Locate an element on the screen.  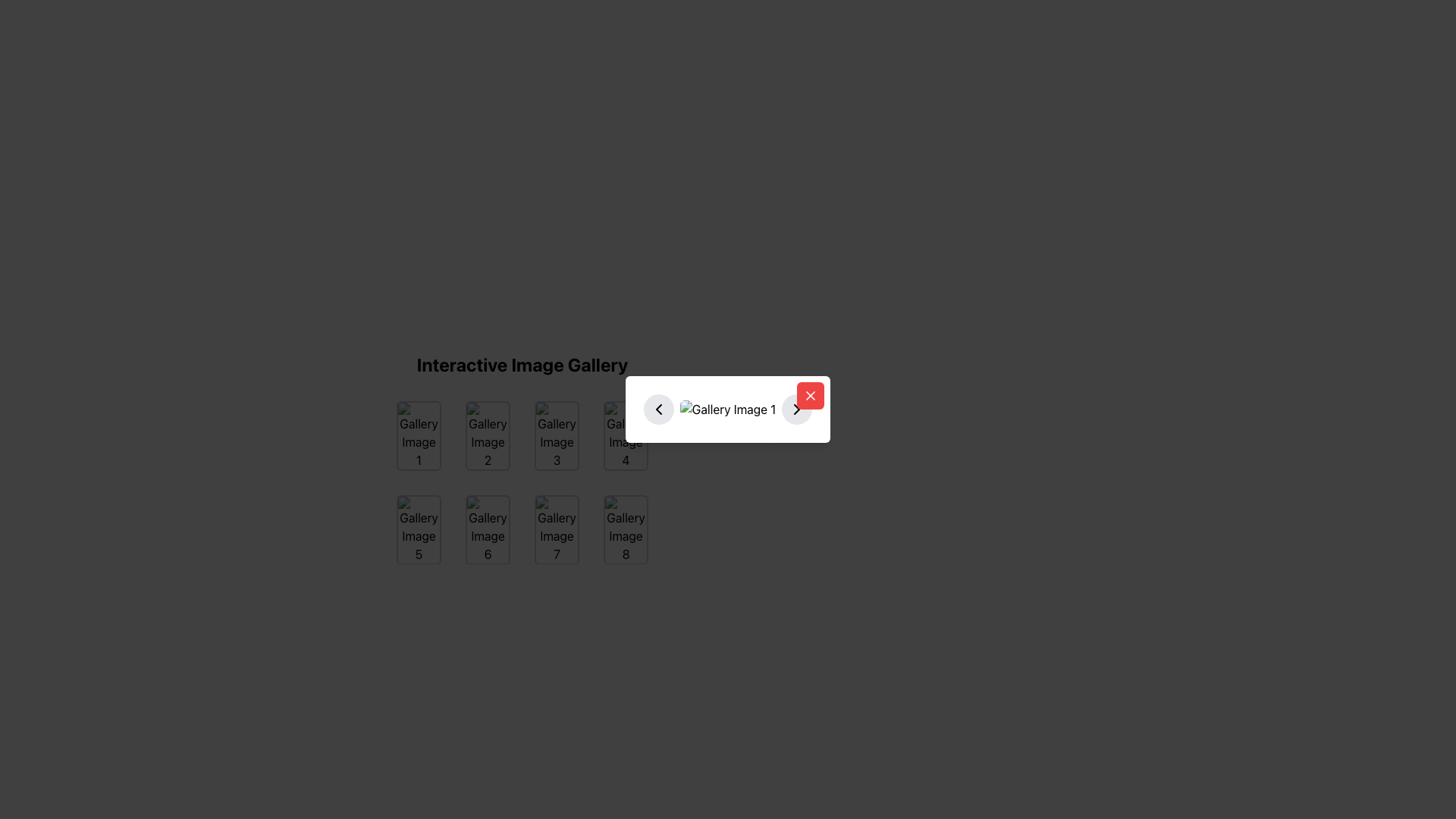
the eighth image thumbnail in the gallery layout to change its border color is located at coordinates (626, 529).